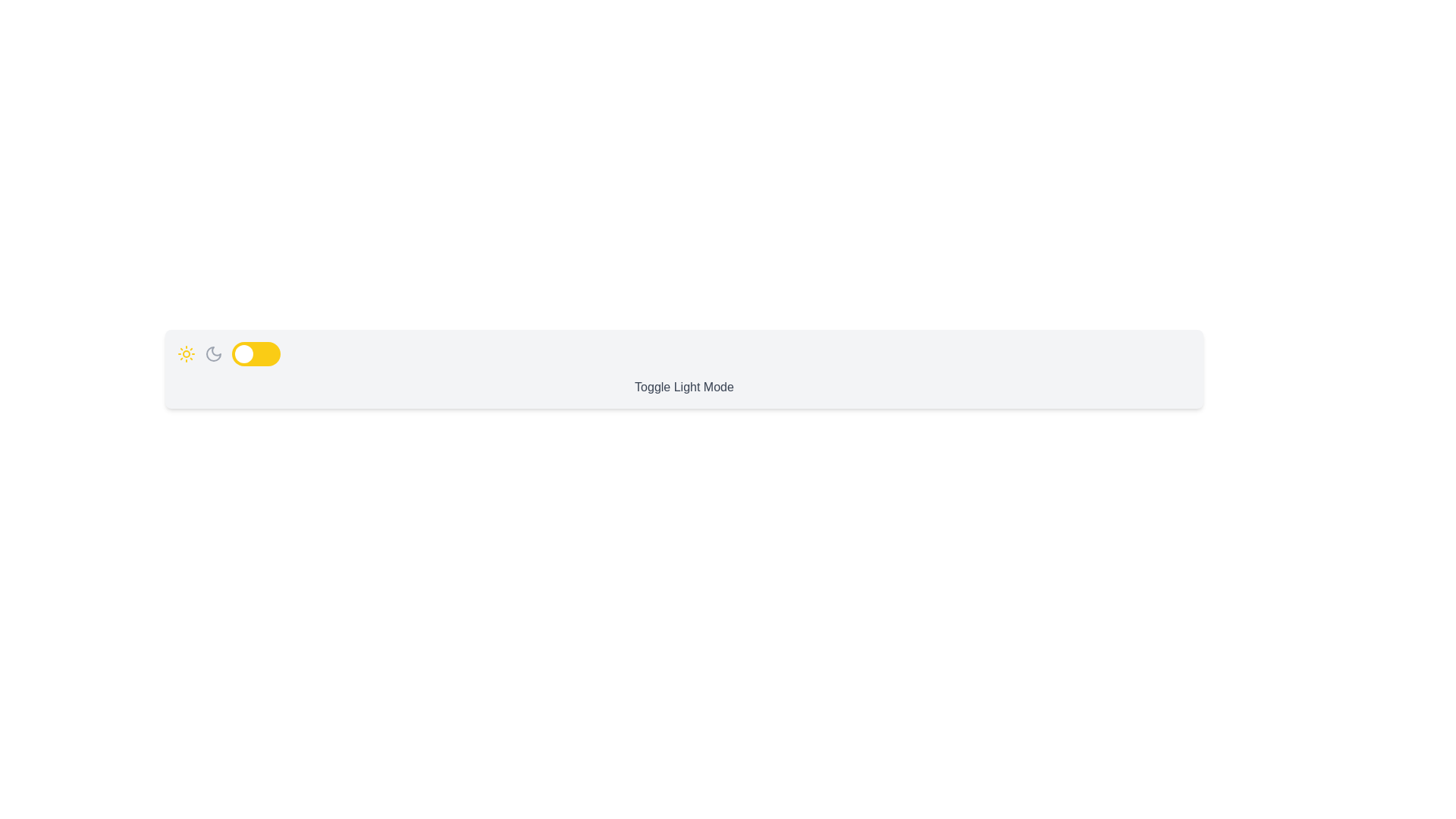  What do you see at coordinates (213, 353) in the screenshot?
I see `the nighttime icon element located between the sun icon and the toggle switch, which serves to activate a mode related to darkness` at bounding box center [213, 353].